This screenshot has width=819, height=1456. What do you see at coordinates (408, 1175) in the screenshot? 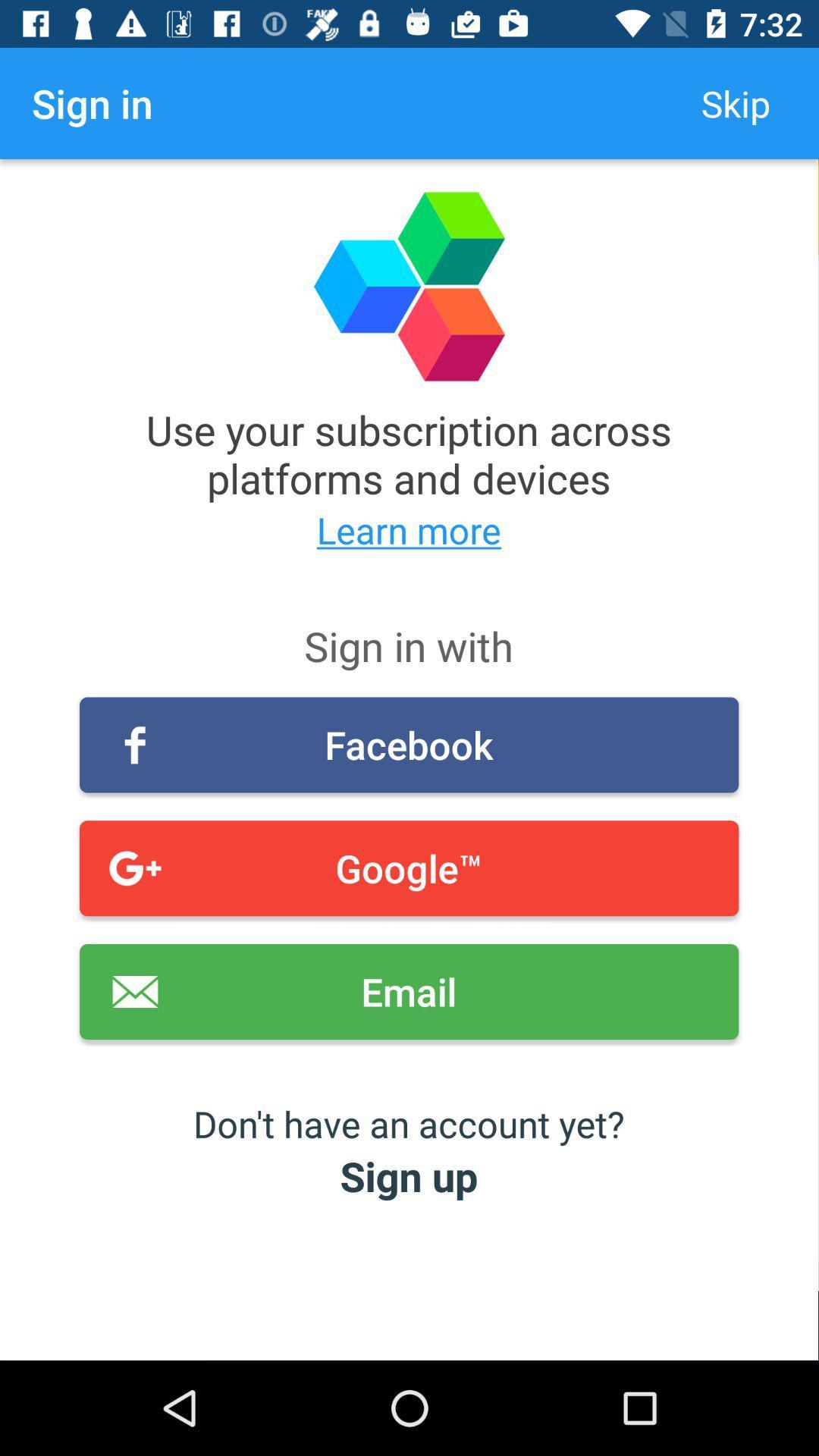
I see `icon below the don t have` at bounding box center [408, 1175].